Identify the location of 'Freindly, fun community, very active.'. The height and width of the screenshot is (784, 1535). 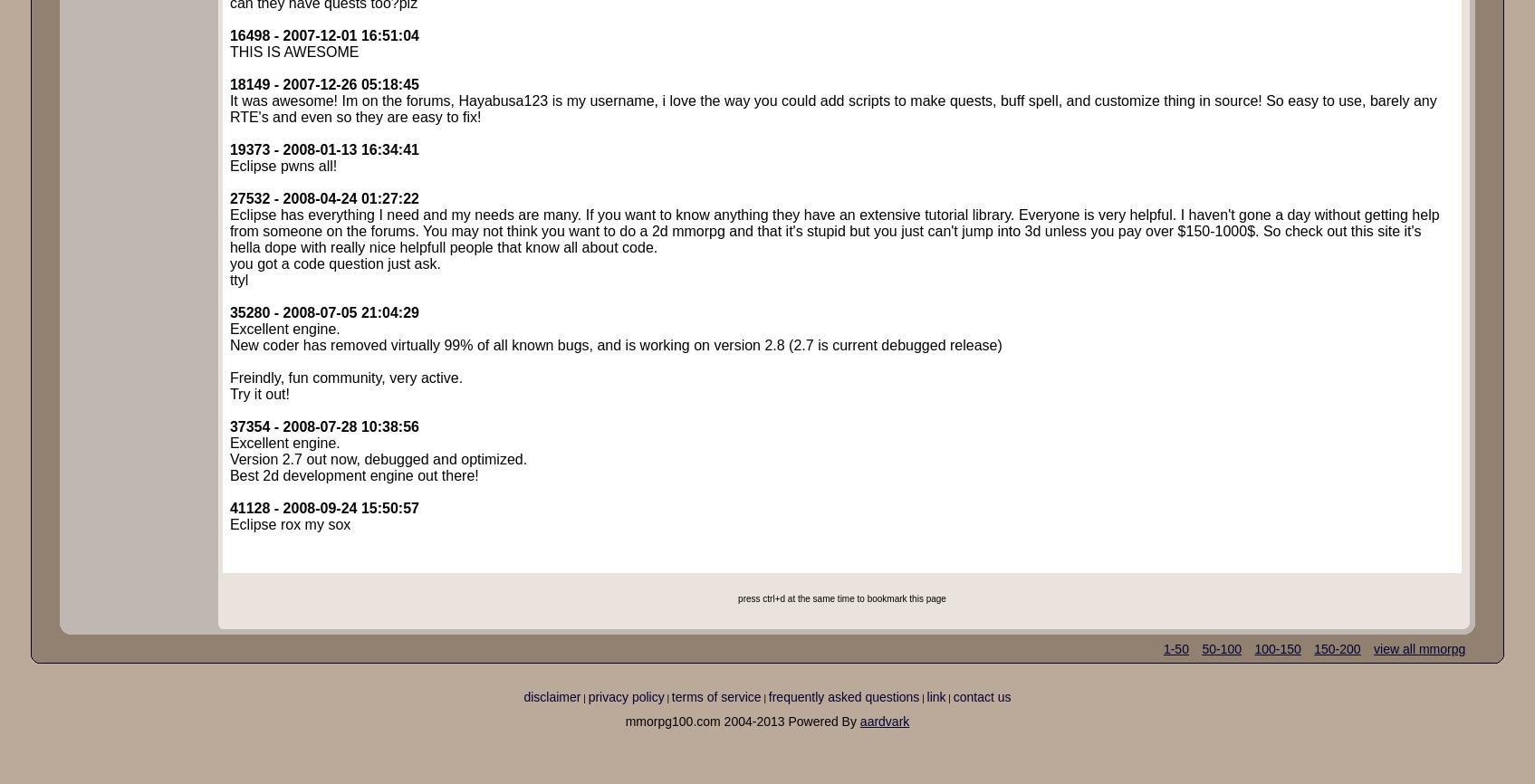
(345, 377).